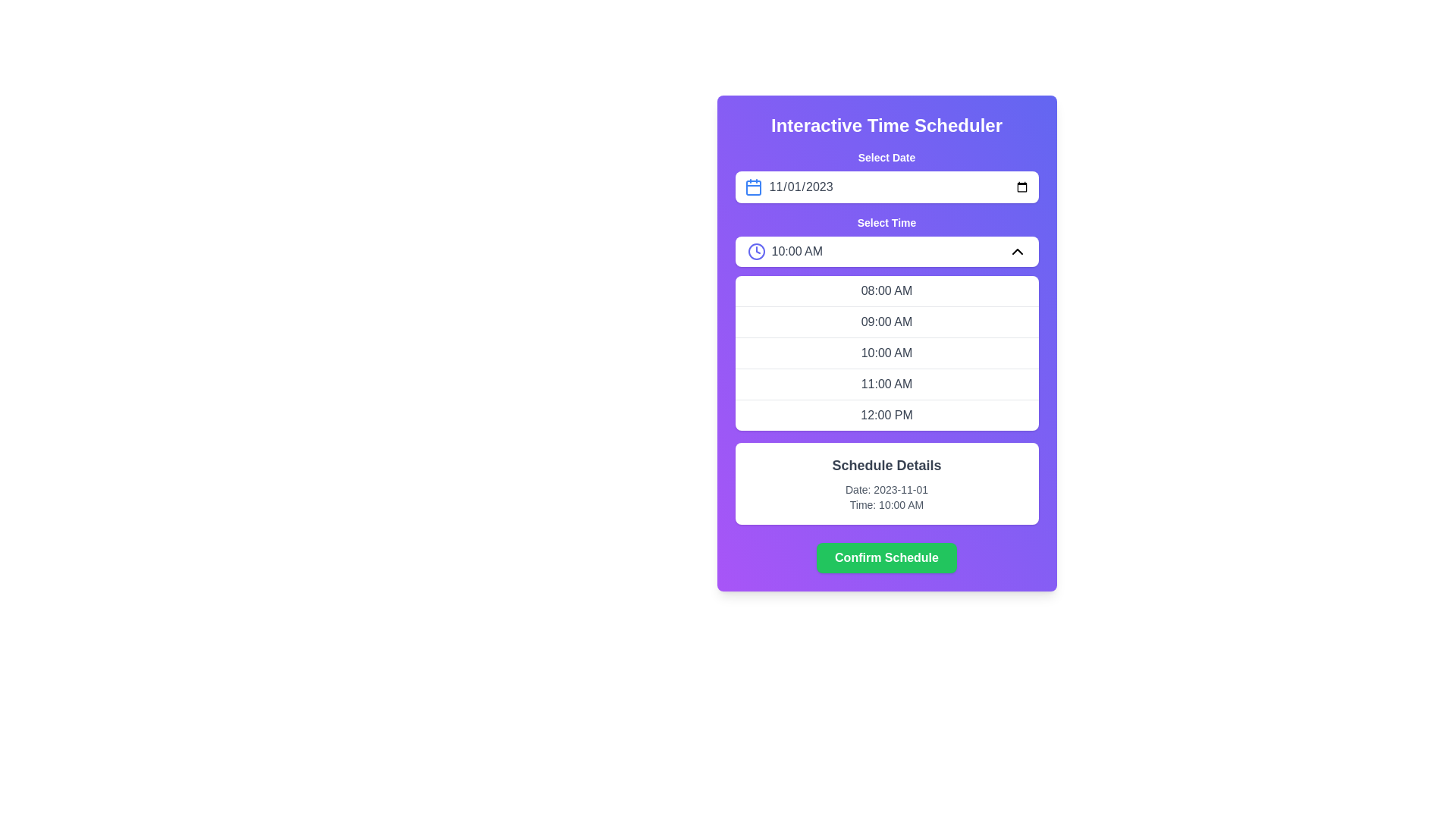 Image resolution: width=1456 pixels, height=819 pixels. I want to click on the third selectable time option in the list, located between '09:00 AM' and '11:00 AM', so click(886, 353).